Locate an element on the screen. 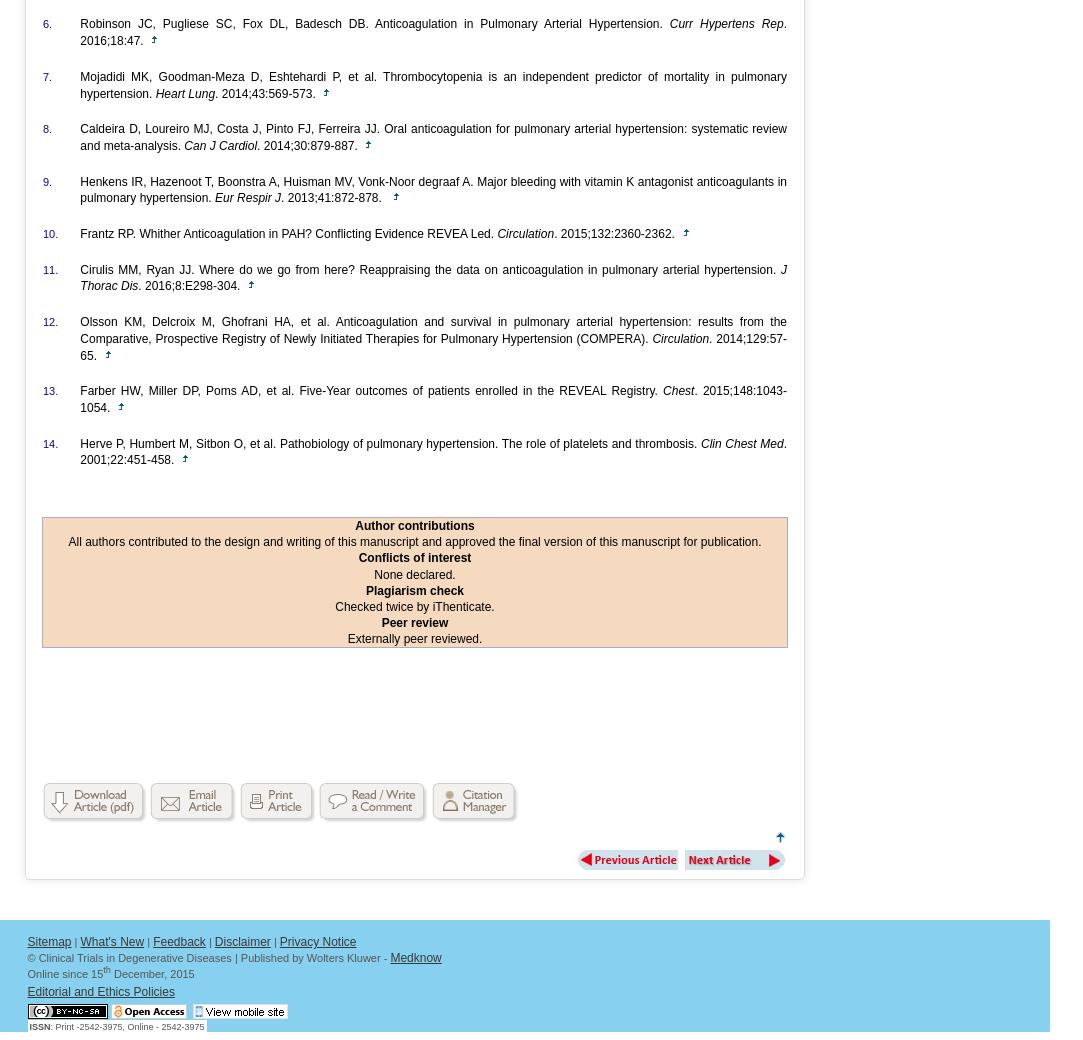 The width and height of the screenshot is (1083, 1040). 'Herve P, Humbert M, Sitbon O, et al. Pathobiology of pulmonary hypertension. The role of platelets and thrombosis.' is located at coordinates (390, 443).